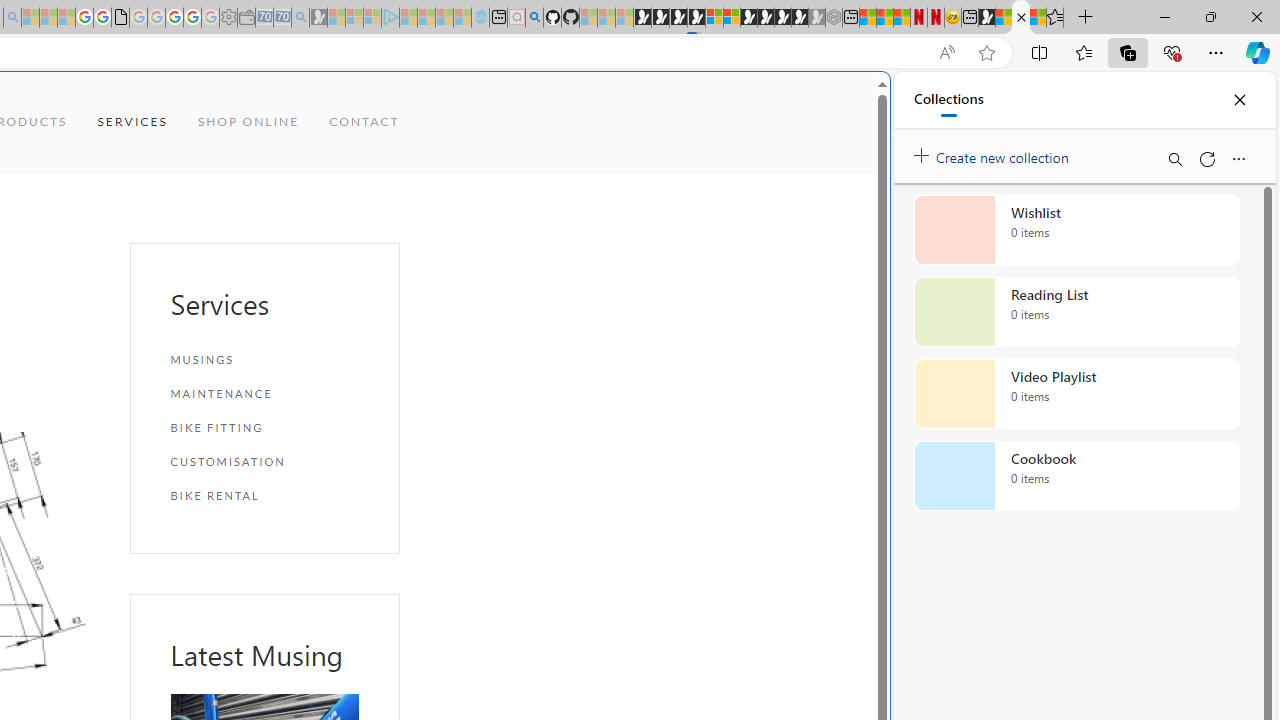 The width and height of the screenshot is (1280, 720). I want to click on 'CUSTOMISATION', so click(263, 461).